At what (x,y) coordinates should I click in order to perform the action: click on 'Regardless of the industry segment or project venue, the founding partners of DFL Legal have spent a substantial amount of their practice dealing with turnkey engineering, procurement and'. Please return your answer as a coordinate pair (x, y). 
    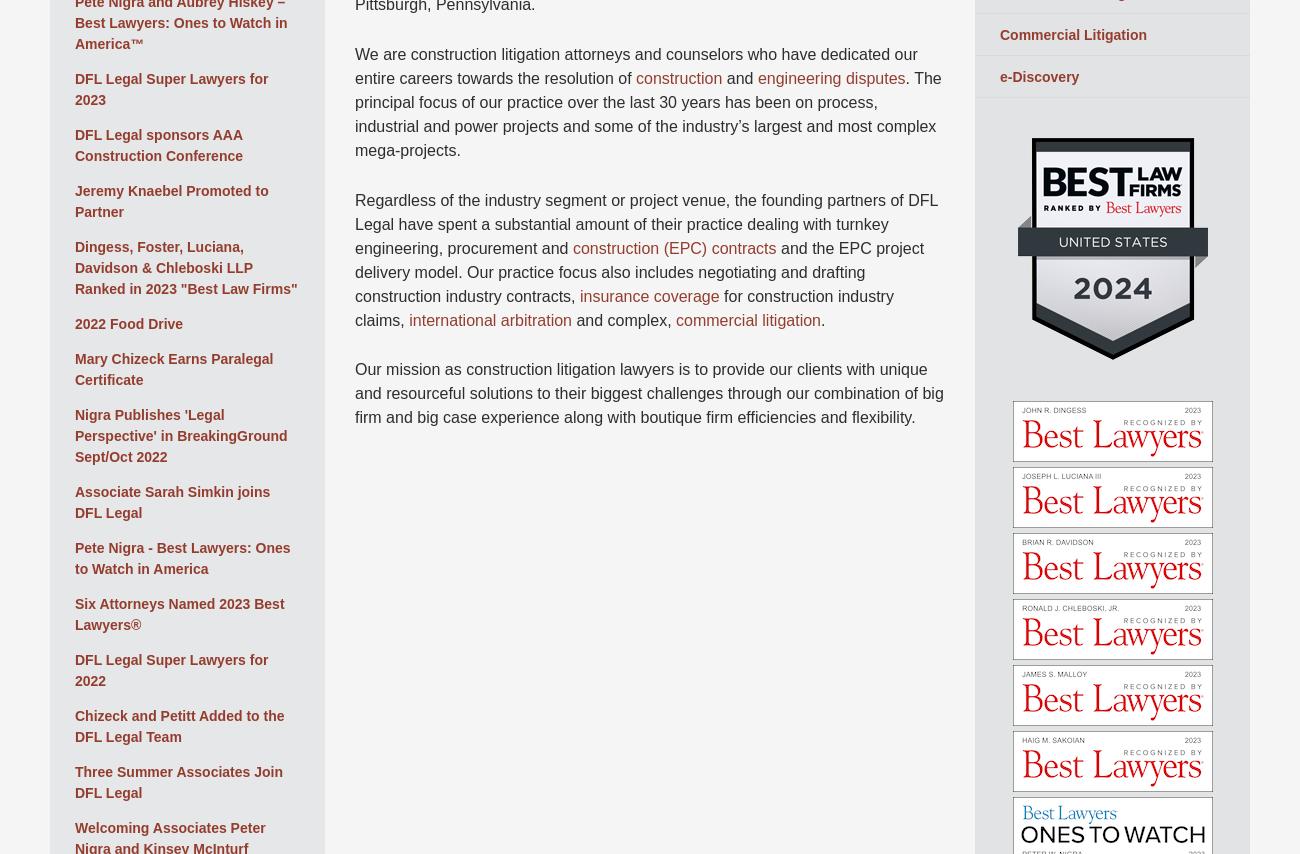
    Looking at the image, I should click on (645, 223).